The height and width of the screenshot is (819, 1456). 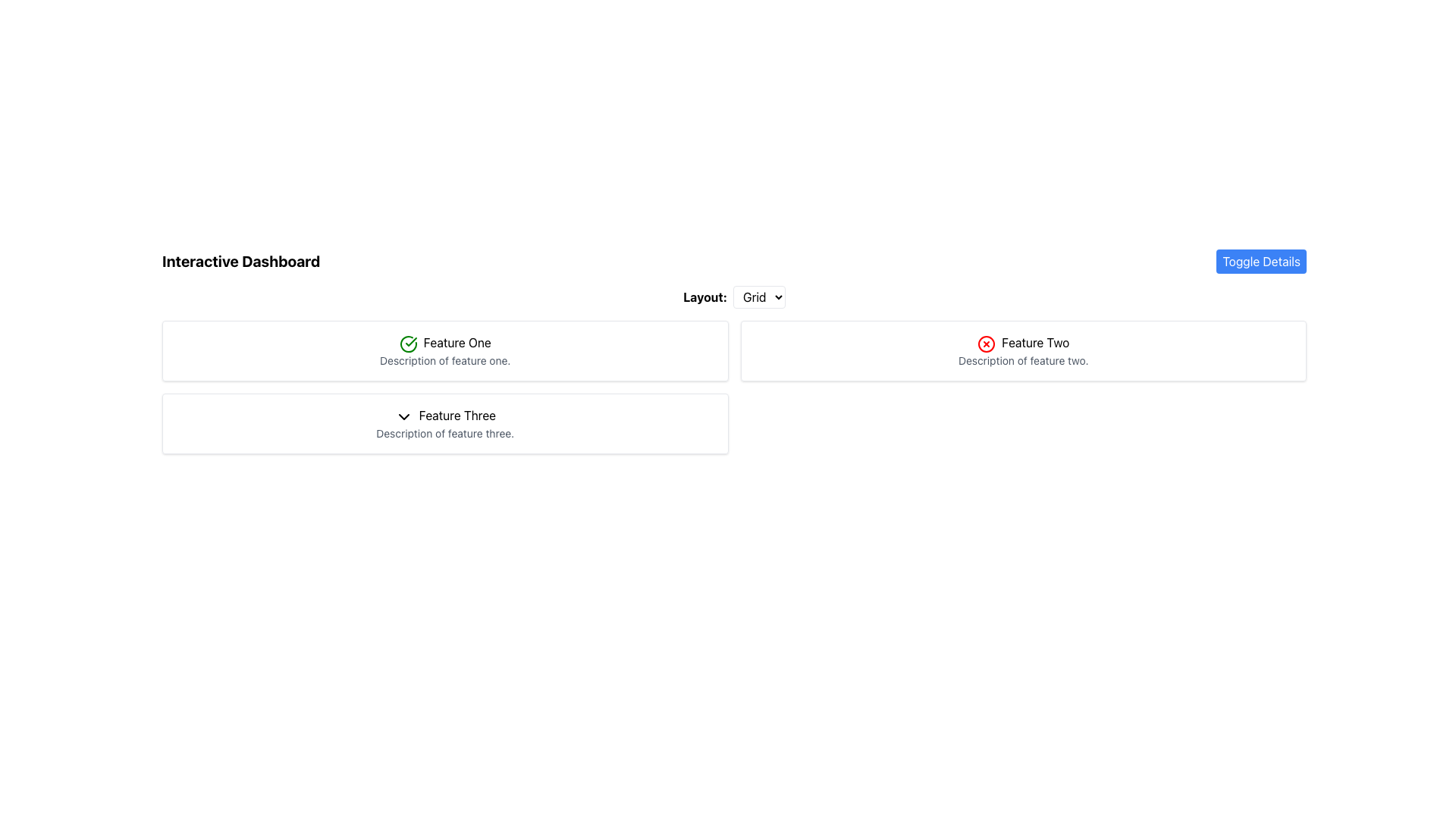 What do you see at coordinates (1261, 260) in the screenshot?
I see `the blue rectangular button labeled 'Toggle Details'` at bounding box center [1261, 260].